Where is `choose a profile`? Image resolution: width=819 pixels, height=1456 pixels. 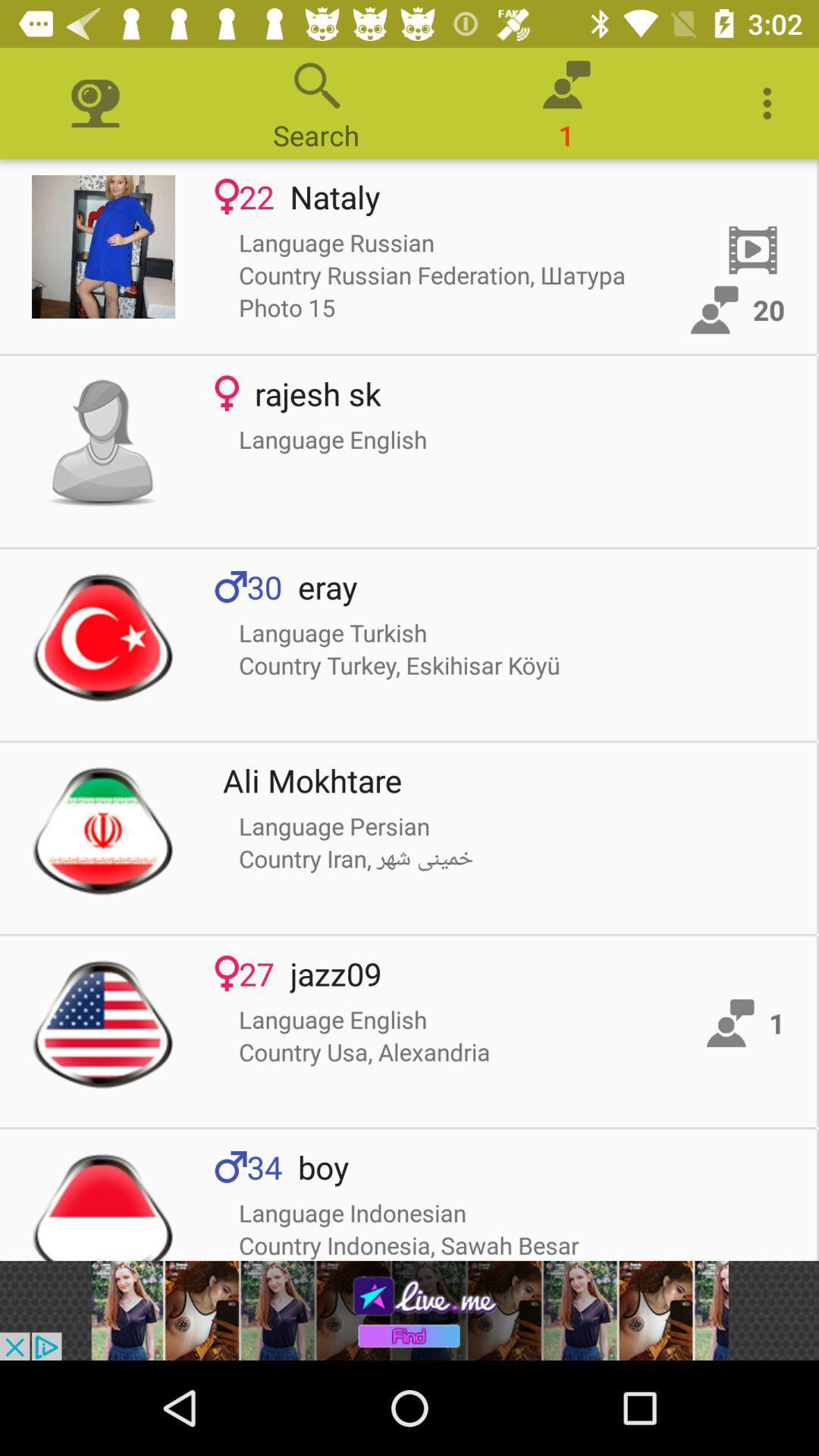
choose a profile is located at coordinates (102, 637).